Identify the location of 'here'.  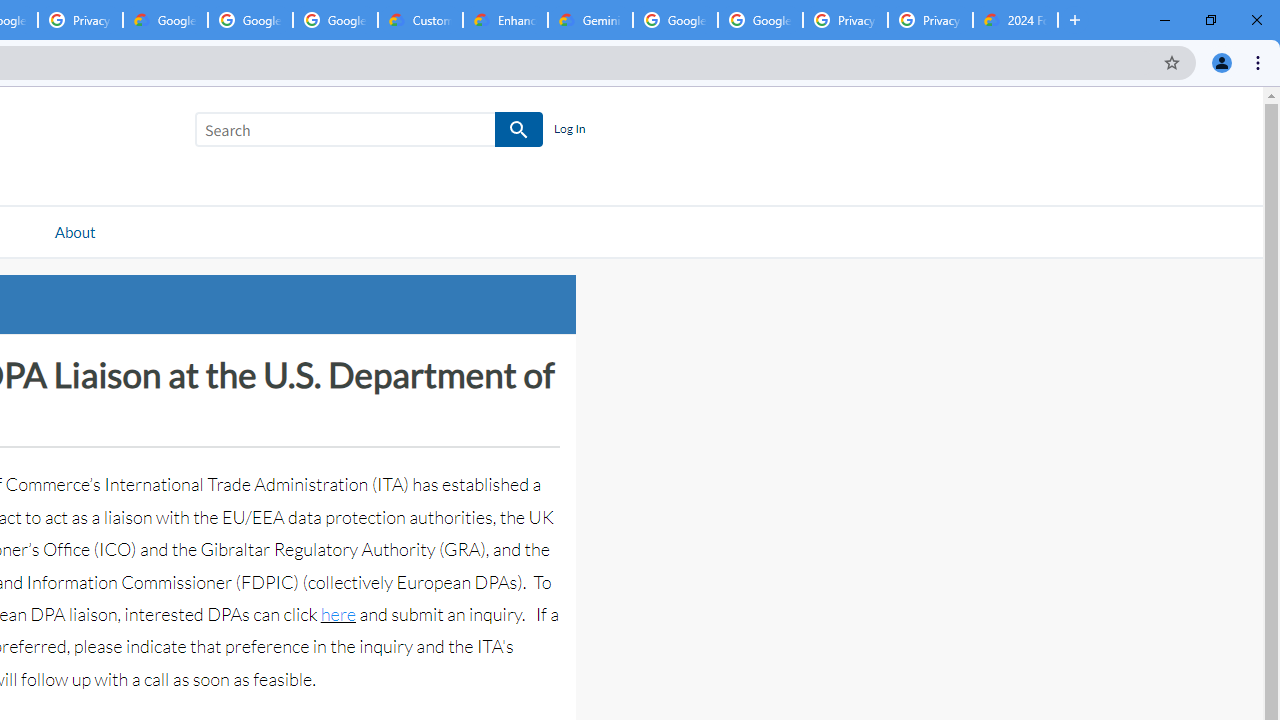
(337, 613).